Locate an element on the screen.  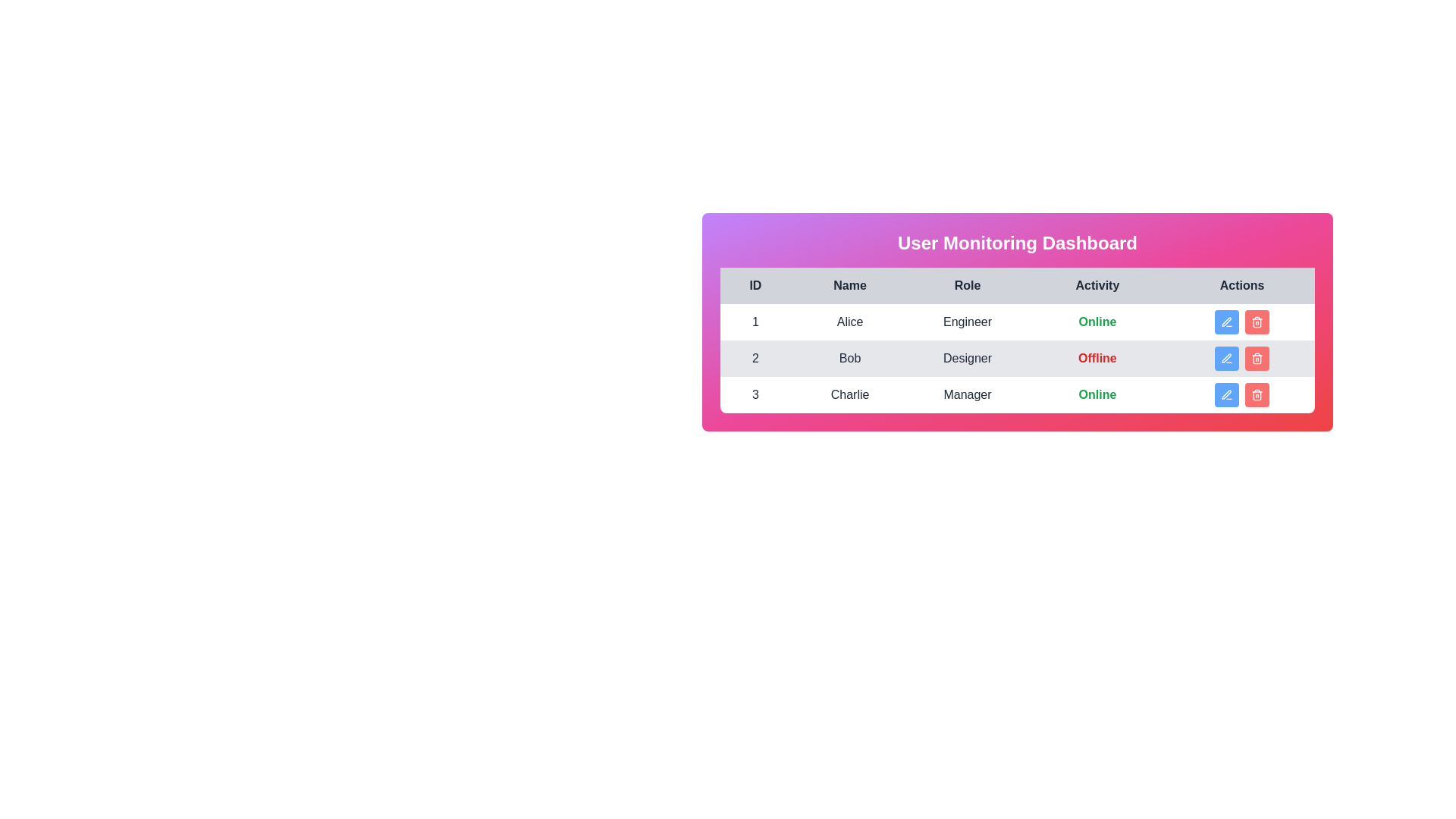
the delete button for the user with ID 1 is located at coordinates (1257, 321).